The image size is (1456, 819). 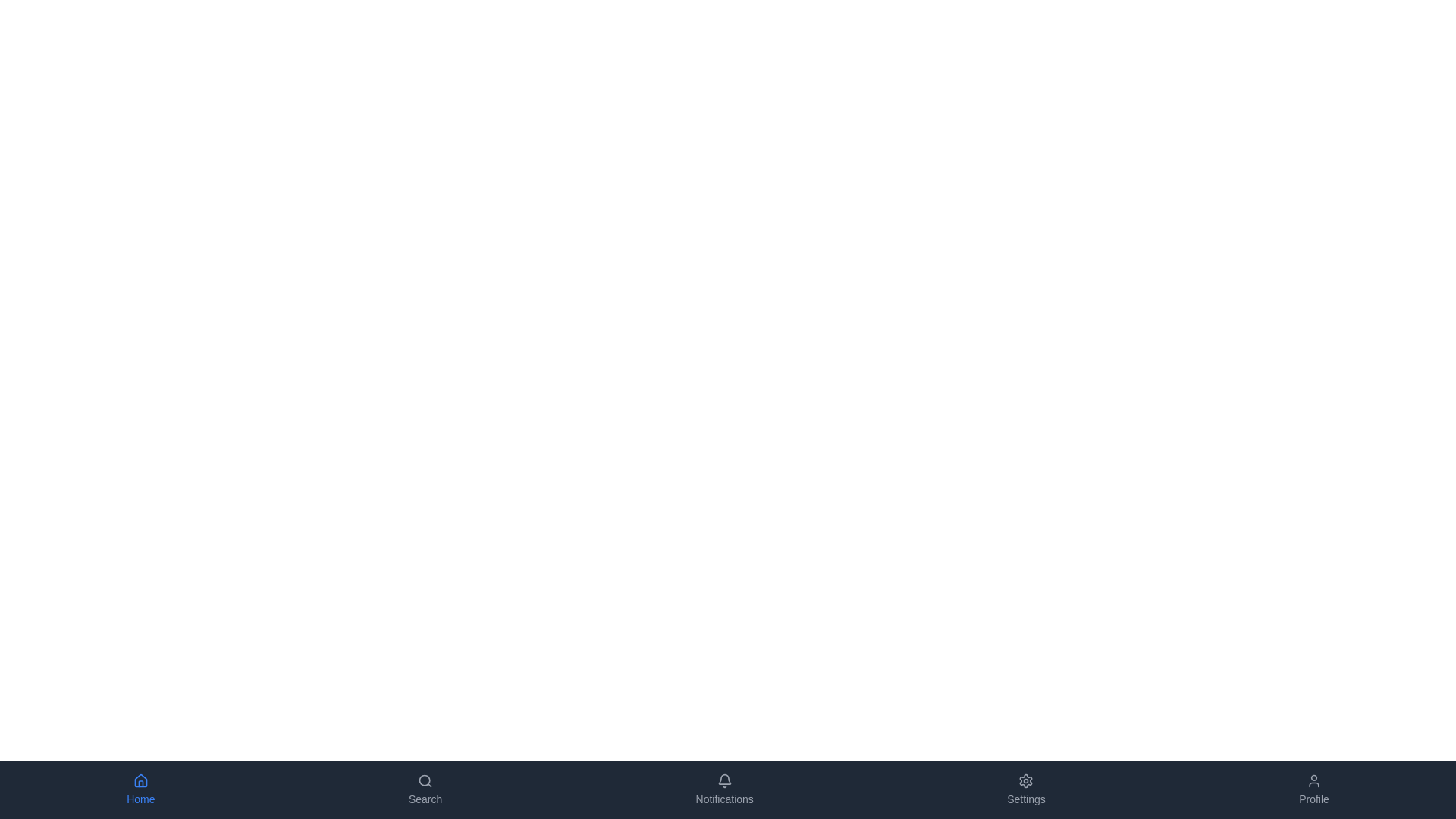 I want to click on the bell icon located in the lower navigation bar, so click(x=723, y=780).